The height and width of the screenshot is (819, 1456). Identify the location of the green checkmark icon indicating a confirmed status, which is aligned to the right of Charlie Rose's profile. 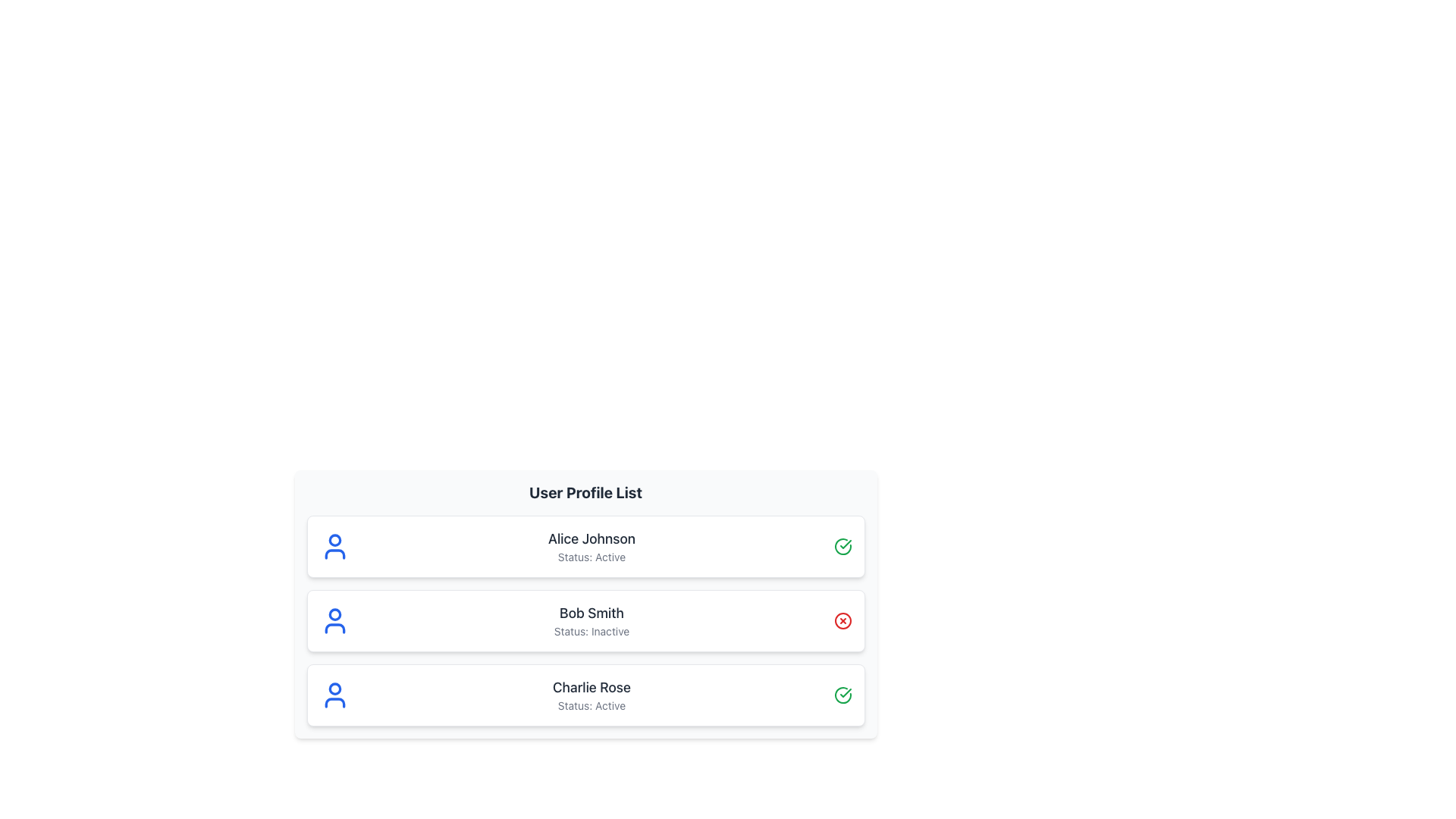
(842, 547).